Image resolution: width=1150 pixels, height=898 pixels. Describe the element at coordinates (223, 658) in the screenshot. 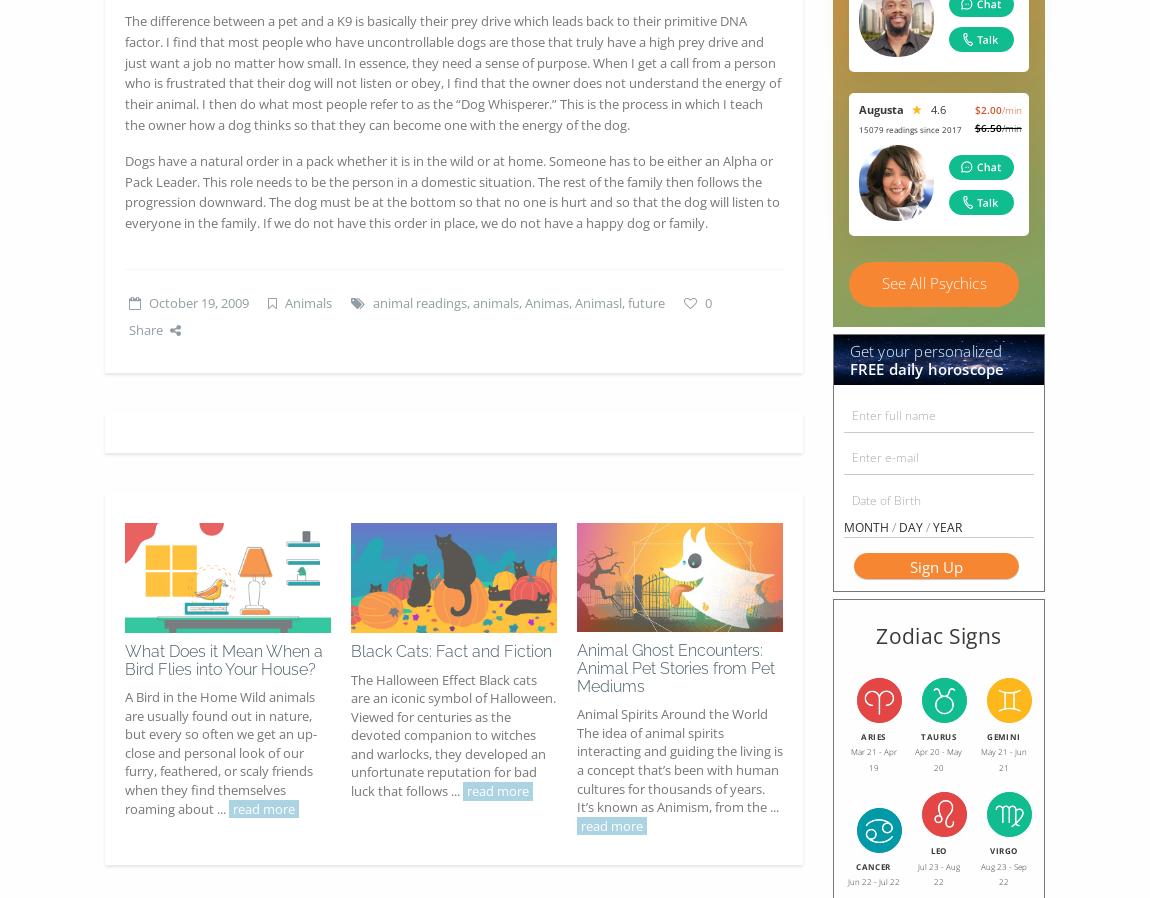

I see `'What Does it Mean When a Bird Flies into Your House?'` at that location.